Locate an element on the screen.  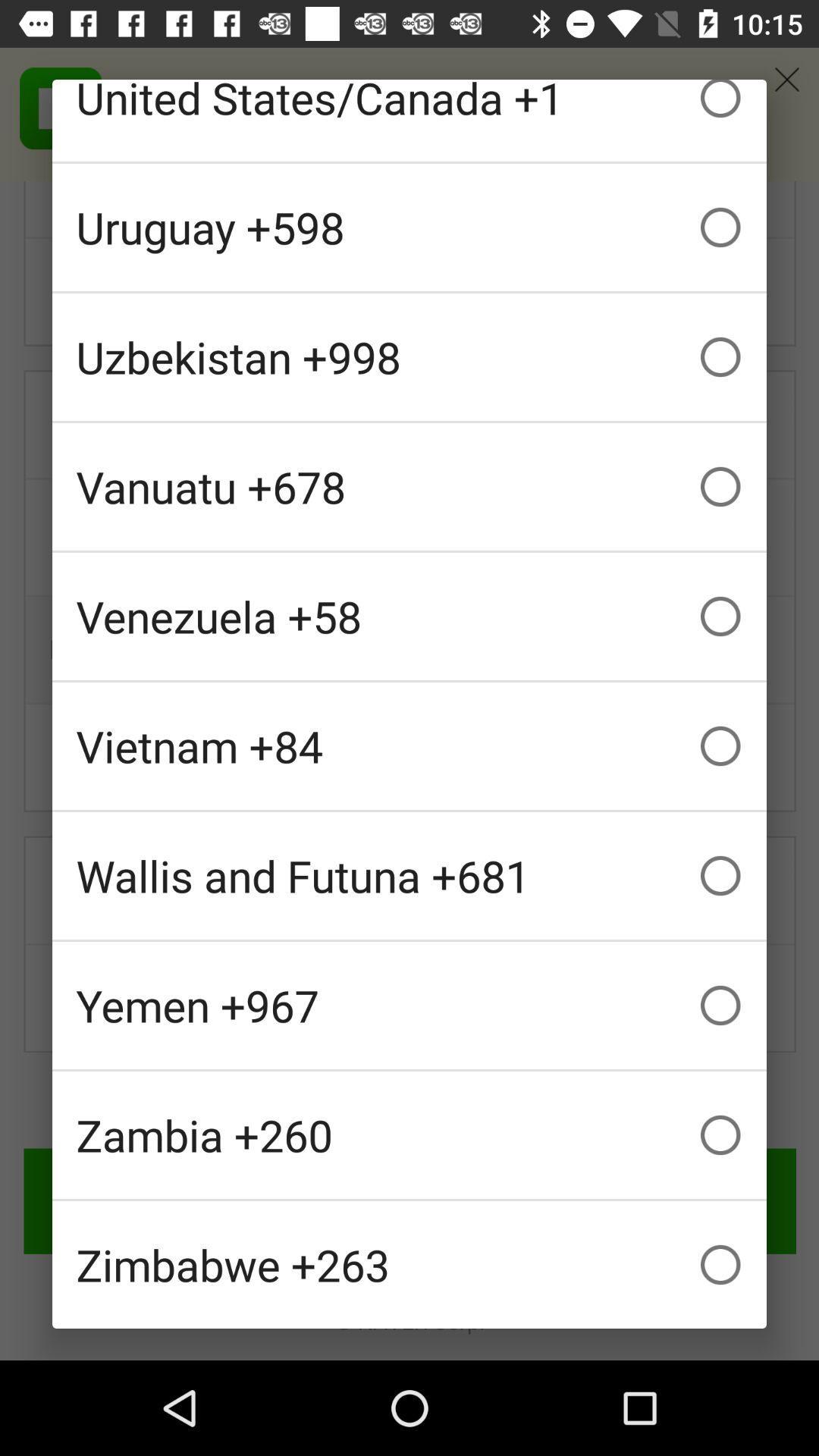
the icon below the united states canada checkbox is located at coordinates (409, 226).